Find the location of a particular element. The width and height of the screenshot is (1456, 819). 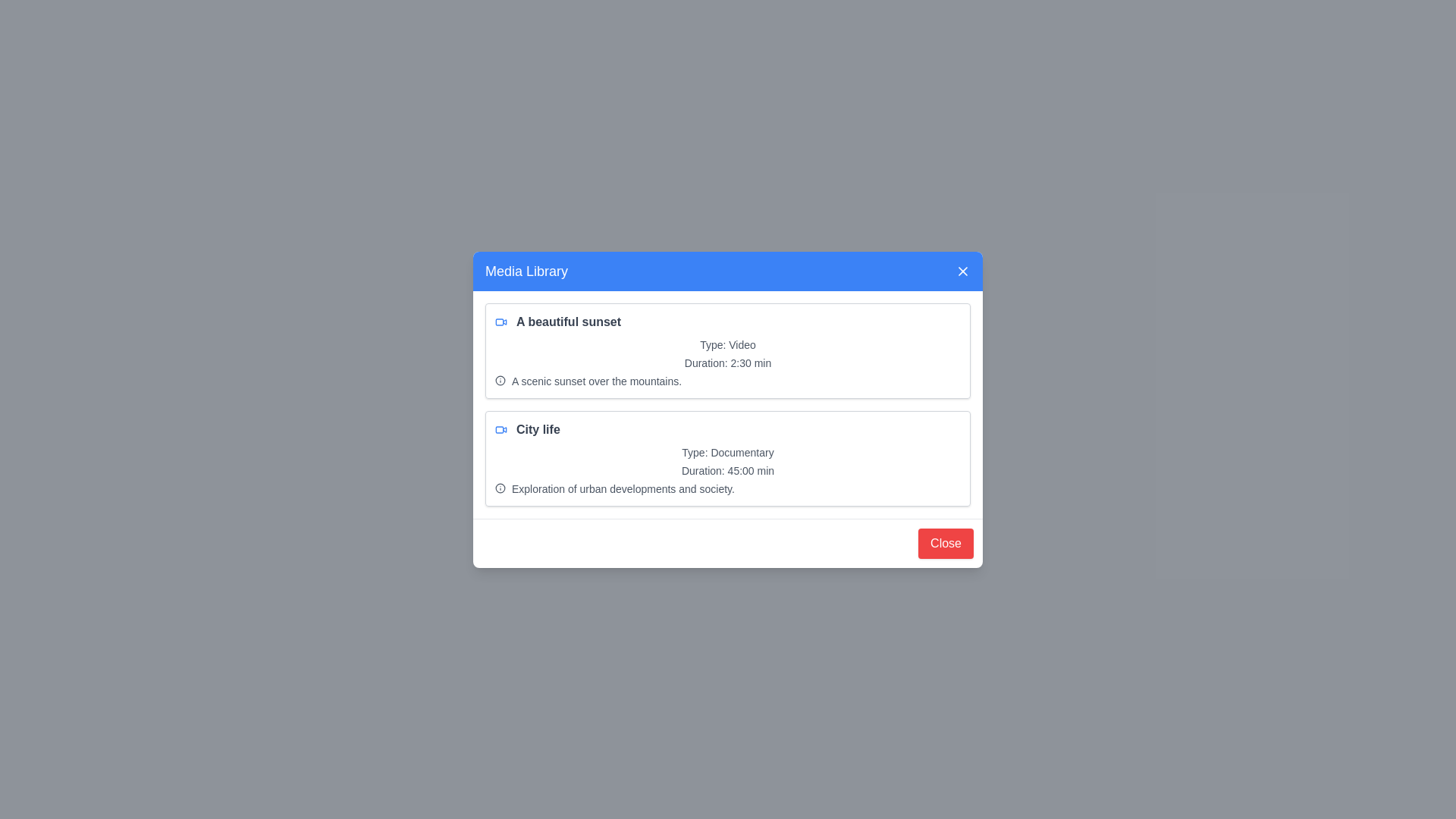

the text label that describes the media content type 'Video' associated with the title 'A beautiful sunset', which is located above the text 'Duration: 2:30 min' is located at coordinates (728, 344).